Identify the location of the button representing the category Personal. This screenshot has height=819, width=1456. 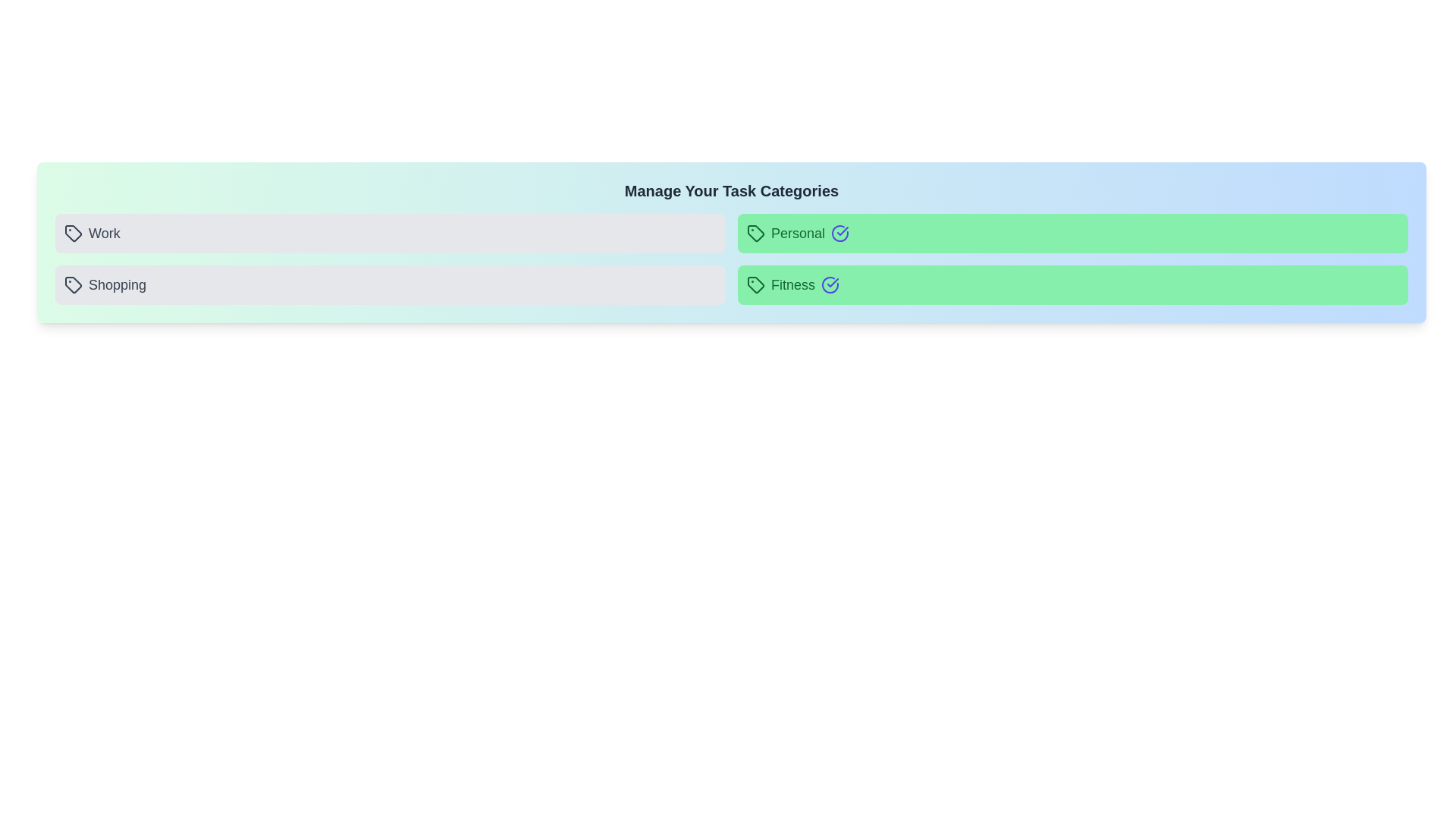
(1072, 234).